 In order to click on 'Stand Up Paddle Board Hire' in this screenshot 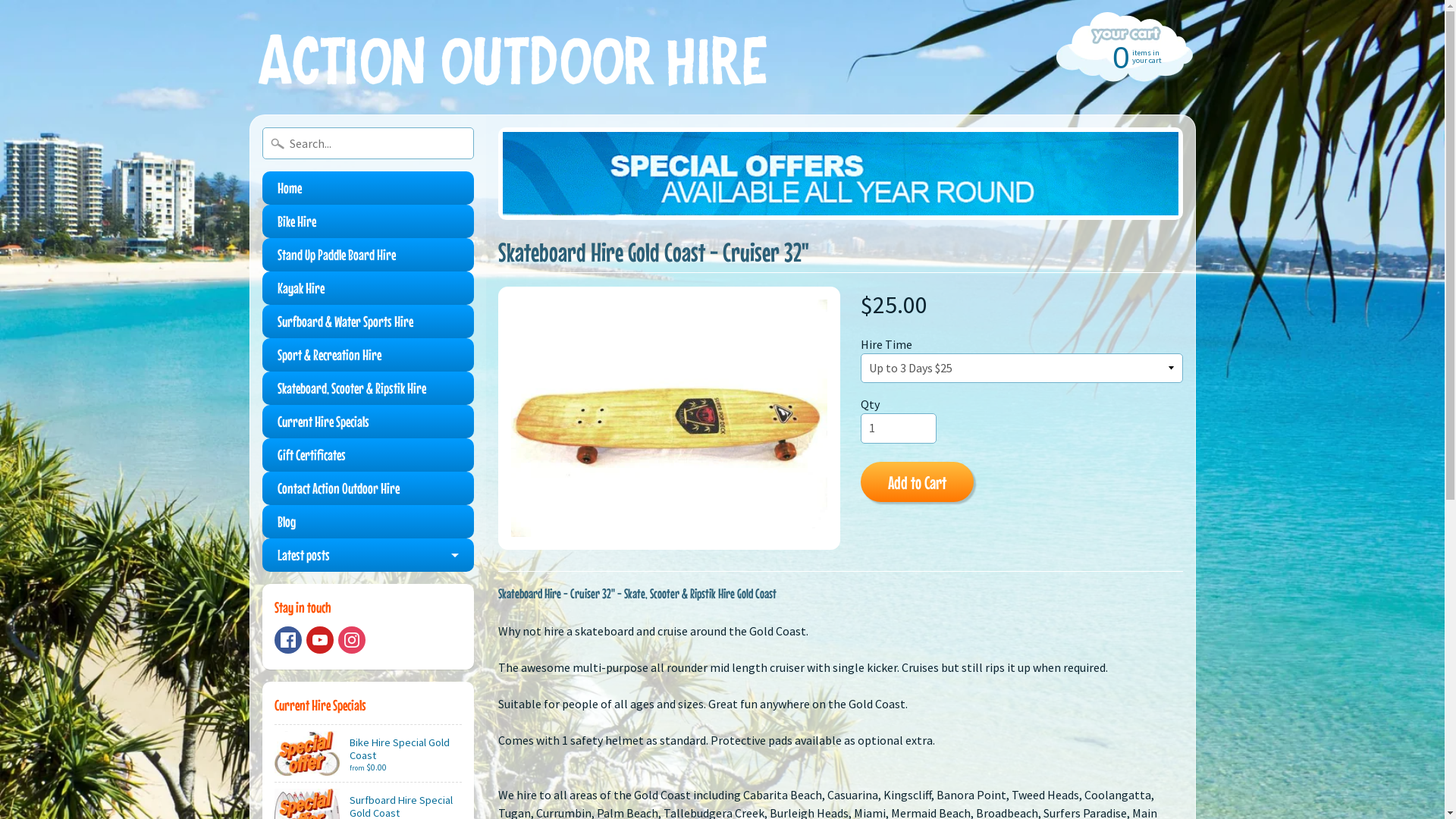, I will do `click(368, 253)`.